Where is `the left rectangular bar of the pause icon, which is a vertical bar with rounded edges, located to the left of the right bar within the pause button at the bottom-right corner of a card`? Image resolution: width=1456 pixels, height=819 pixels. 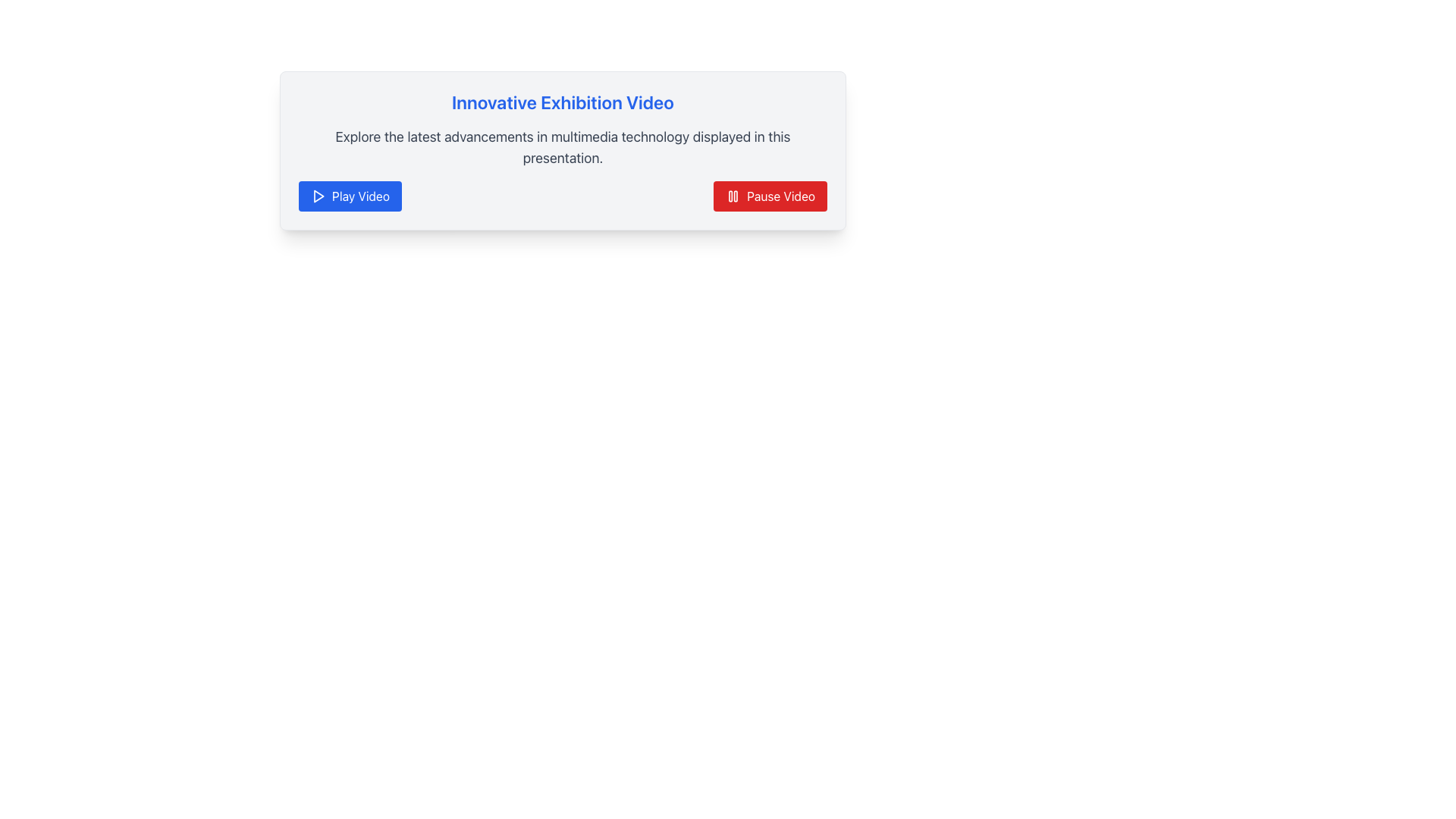
the left rectangular bar of the pause icon, which is a vertical bar with rounded edges, located to the left of the right bar within the pause button at the bottom-right corner of a card is located at coordinates (730, 195).